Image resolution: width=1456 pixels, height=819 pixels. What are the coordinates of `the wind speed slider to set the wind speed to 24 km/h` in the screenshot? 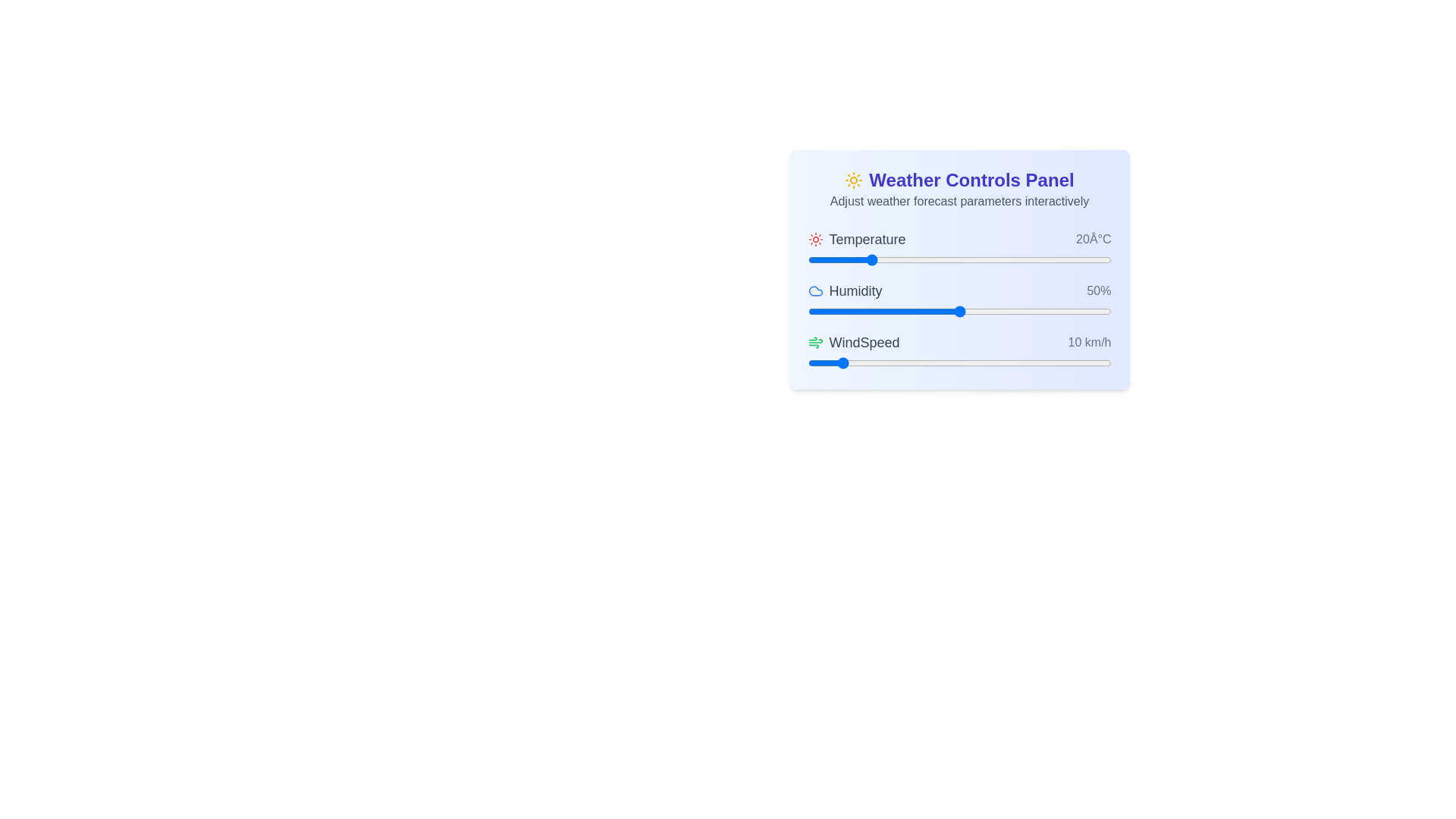 It's located at (880, 362).